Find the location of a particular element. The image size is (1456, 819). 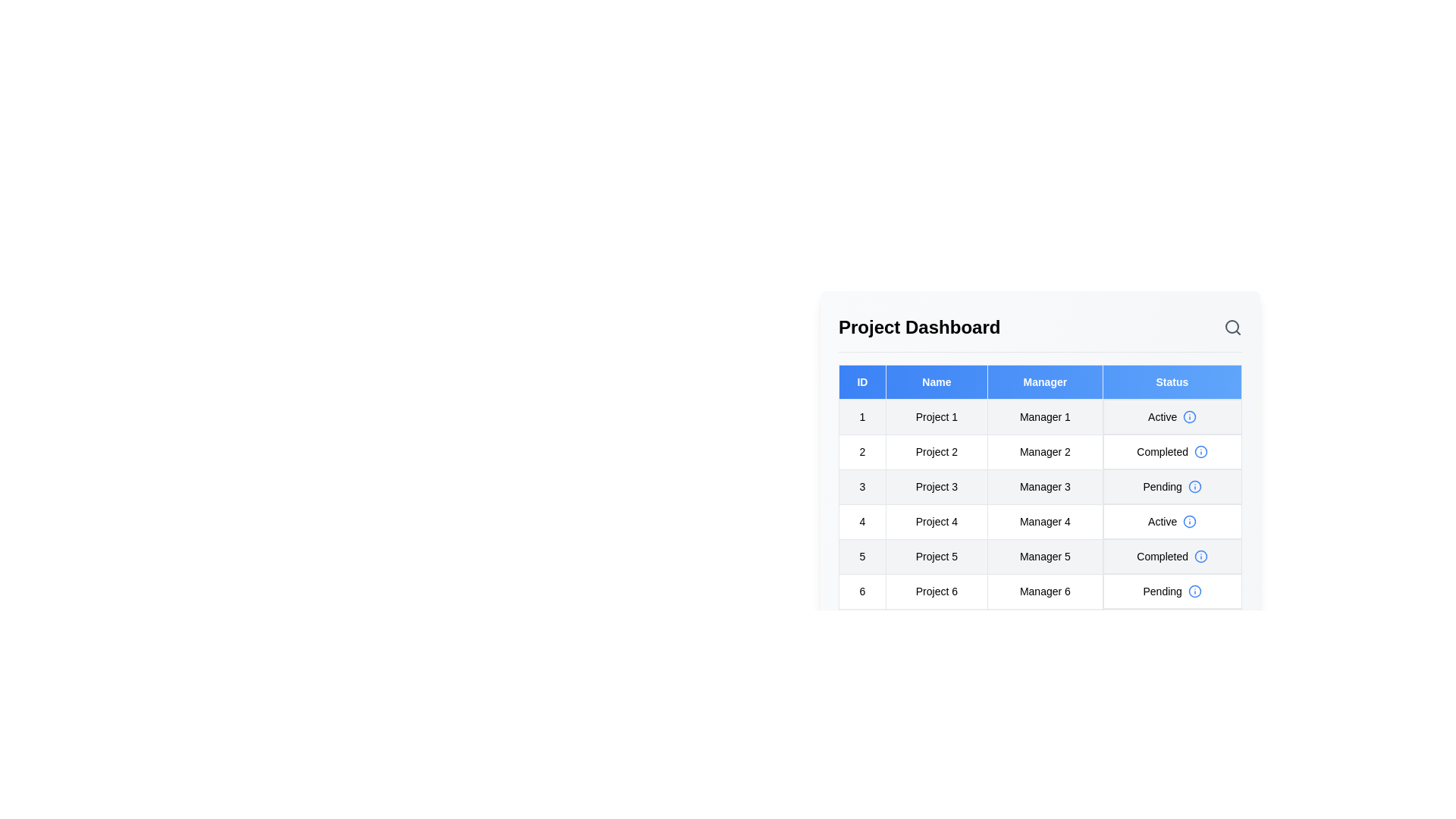

the information icon for the status of project 2 is located at coordinates (1200, 451).